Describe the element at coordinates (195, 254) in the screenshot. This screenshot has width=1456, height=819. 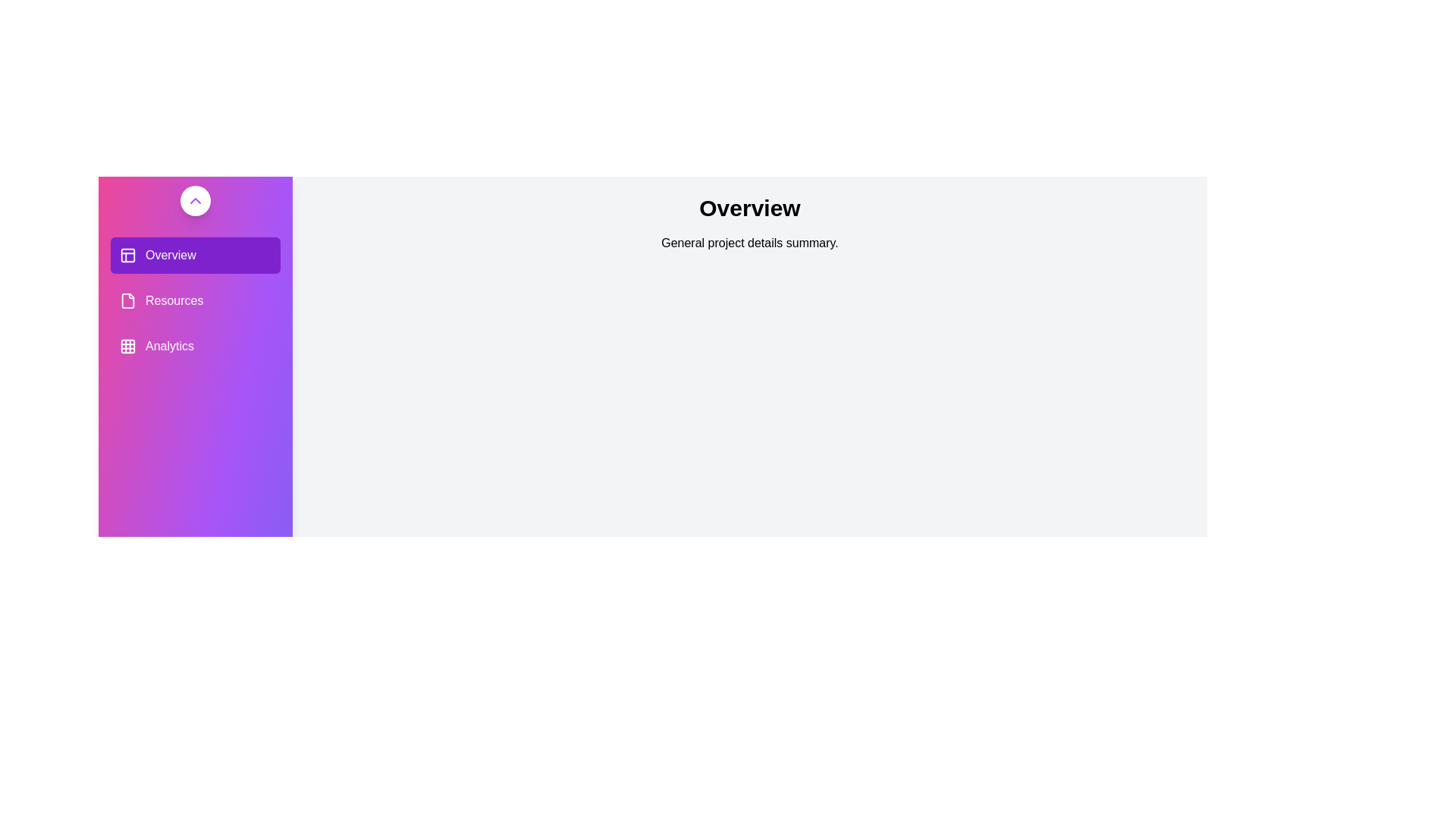
I see `the section Overview from the sidebar` at that location.